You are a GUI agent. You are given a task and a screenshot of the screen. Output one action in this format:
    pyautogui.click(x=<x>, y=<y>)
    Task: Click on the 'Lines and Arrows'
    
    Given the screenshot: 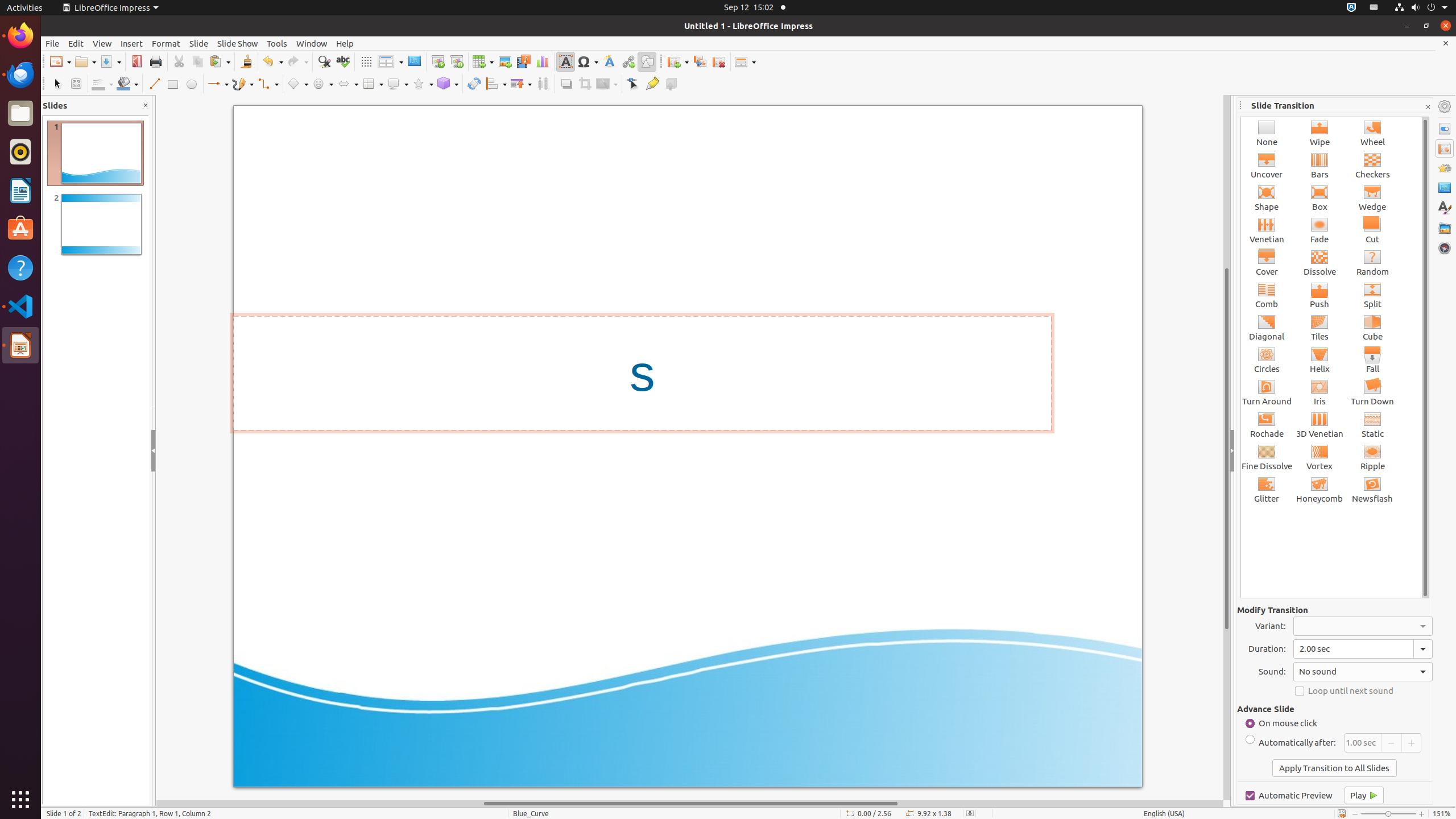 What is the action you would take?
    pyautogui.click(x=217, y=83)
    